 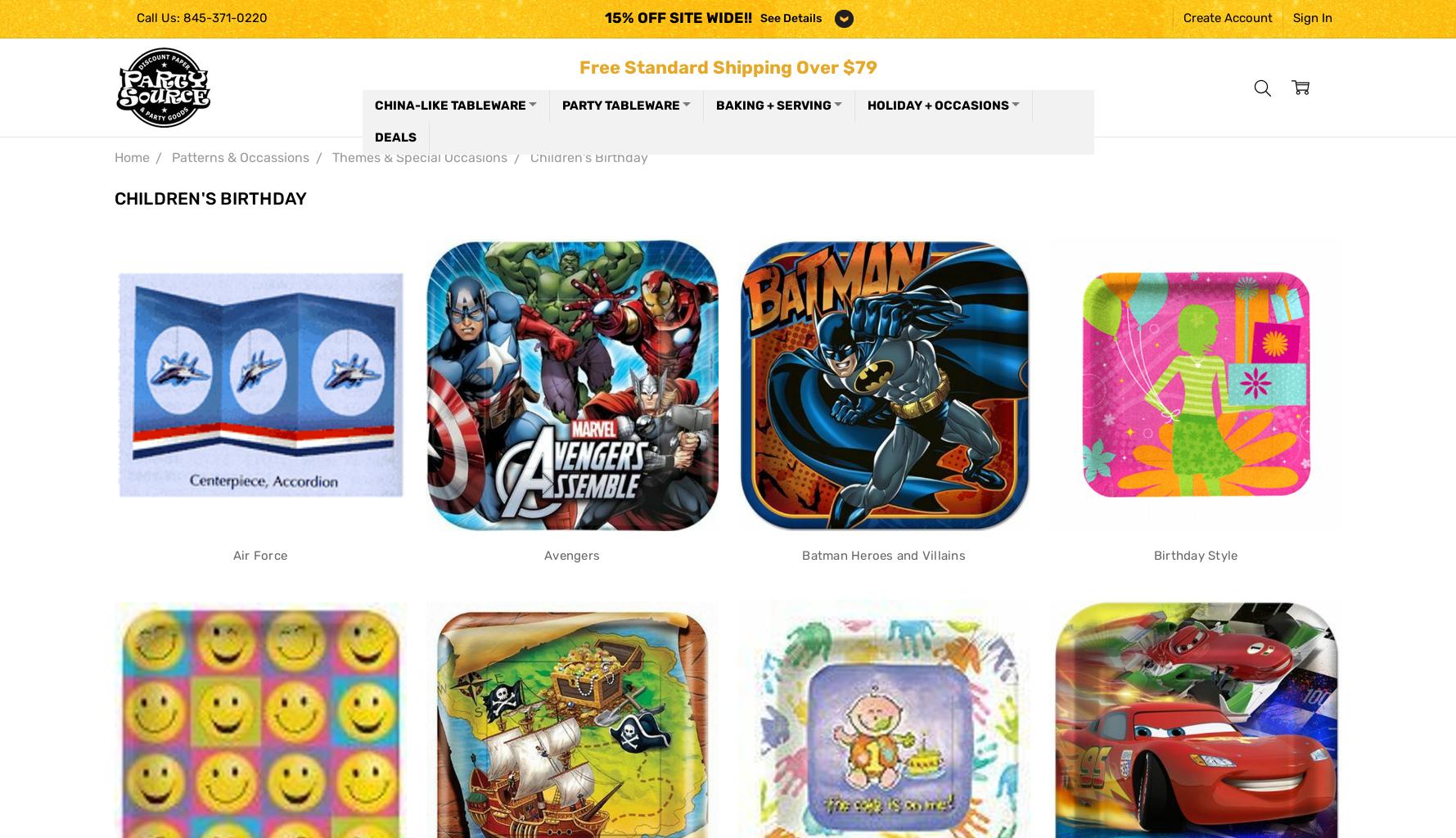 I want to click on 'Call Us: 845-371-0220', so click(x=201, y=16).